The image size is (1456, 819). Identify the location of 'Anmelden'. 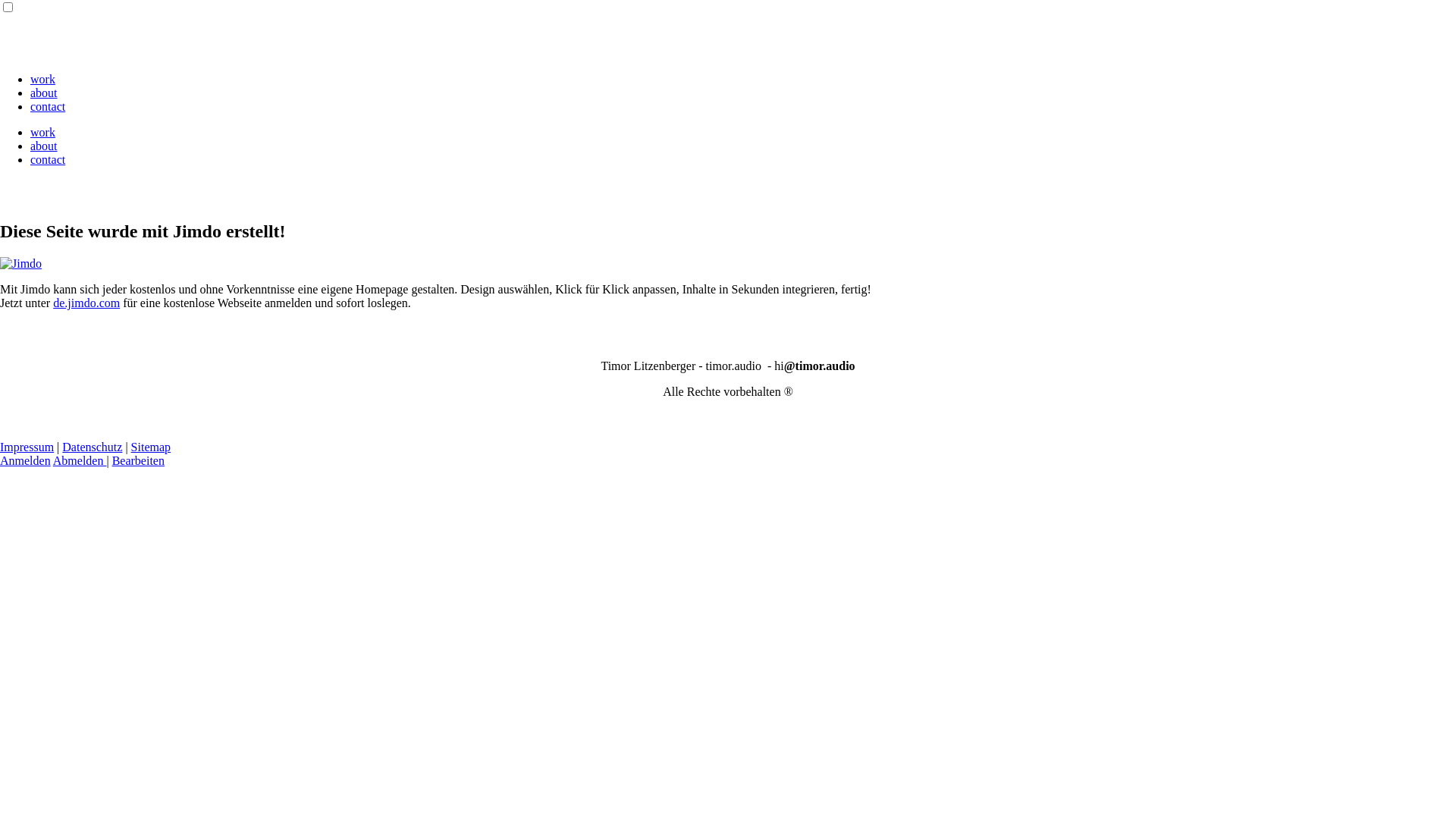
(25, 460).